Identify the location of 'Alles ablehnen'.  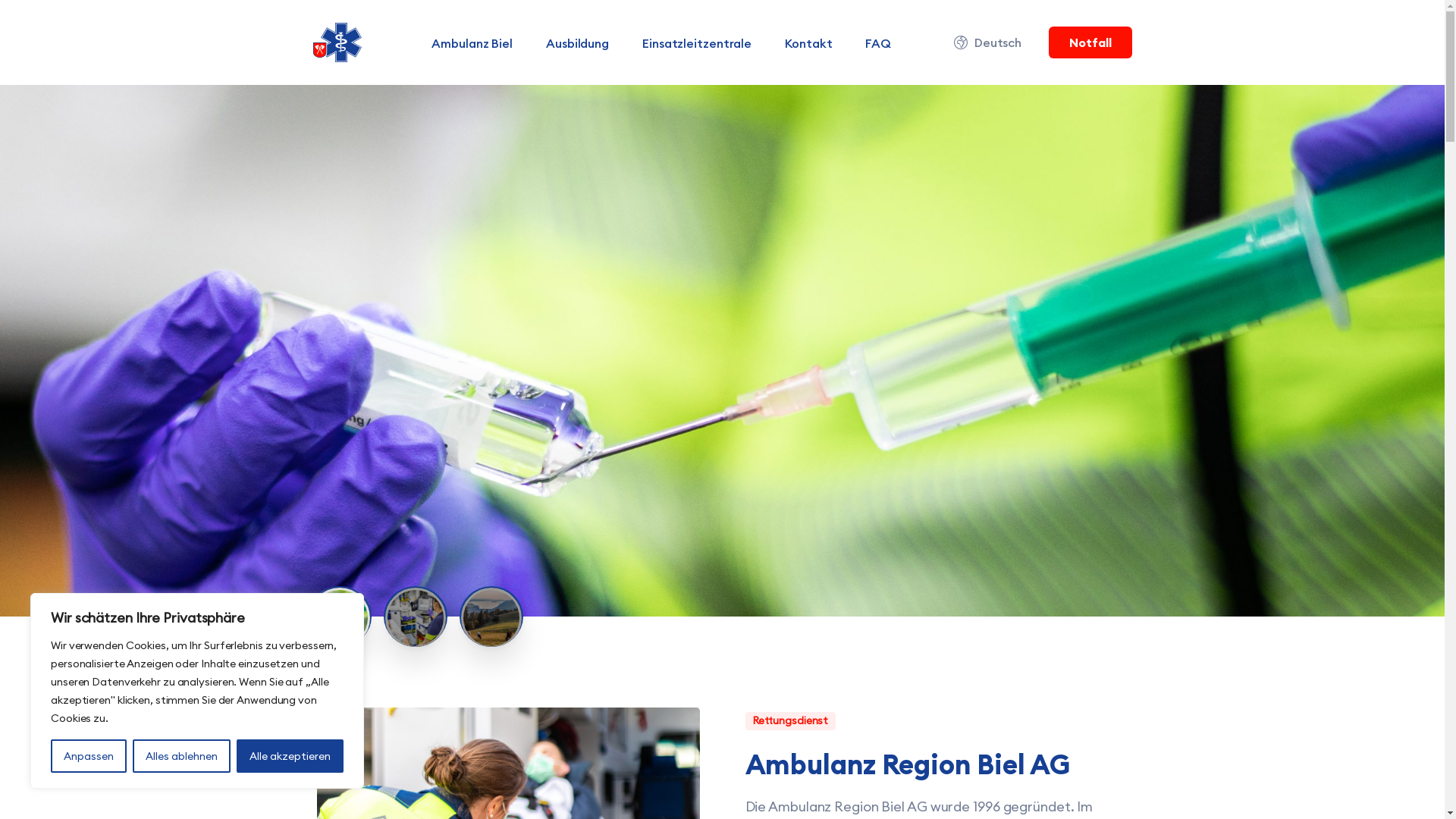
(132, 755).